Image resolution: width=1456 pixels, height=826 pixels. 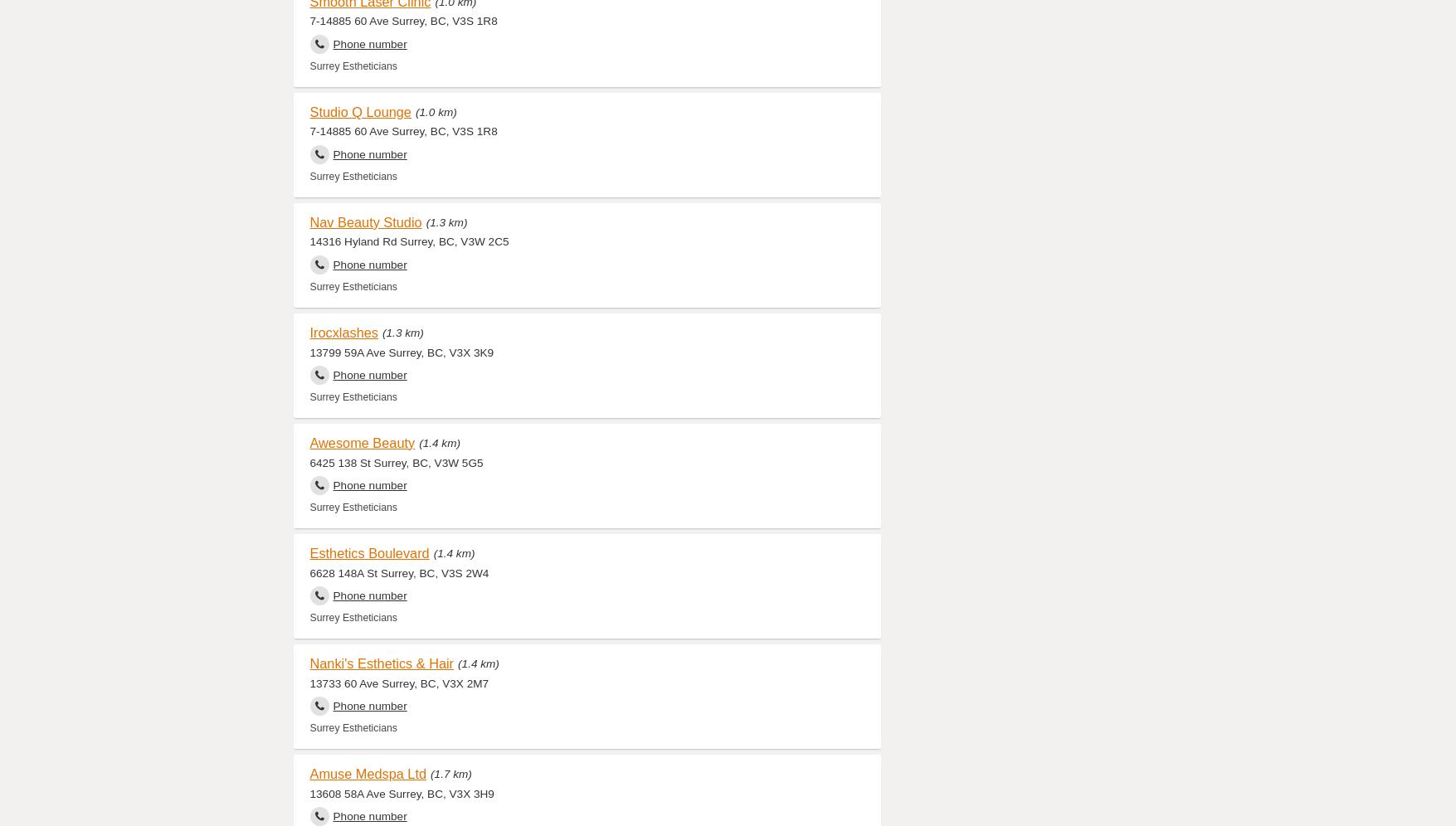 I want to click on '13608 58A Ave Surrey, BC, V3X 3H9', so click(x=402, y=792).